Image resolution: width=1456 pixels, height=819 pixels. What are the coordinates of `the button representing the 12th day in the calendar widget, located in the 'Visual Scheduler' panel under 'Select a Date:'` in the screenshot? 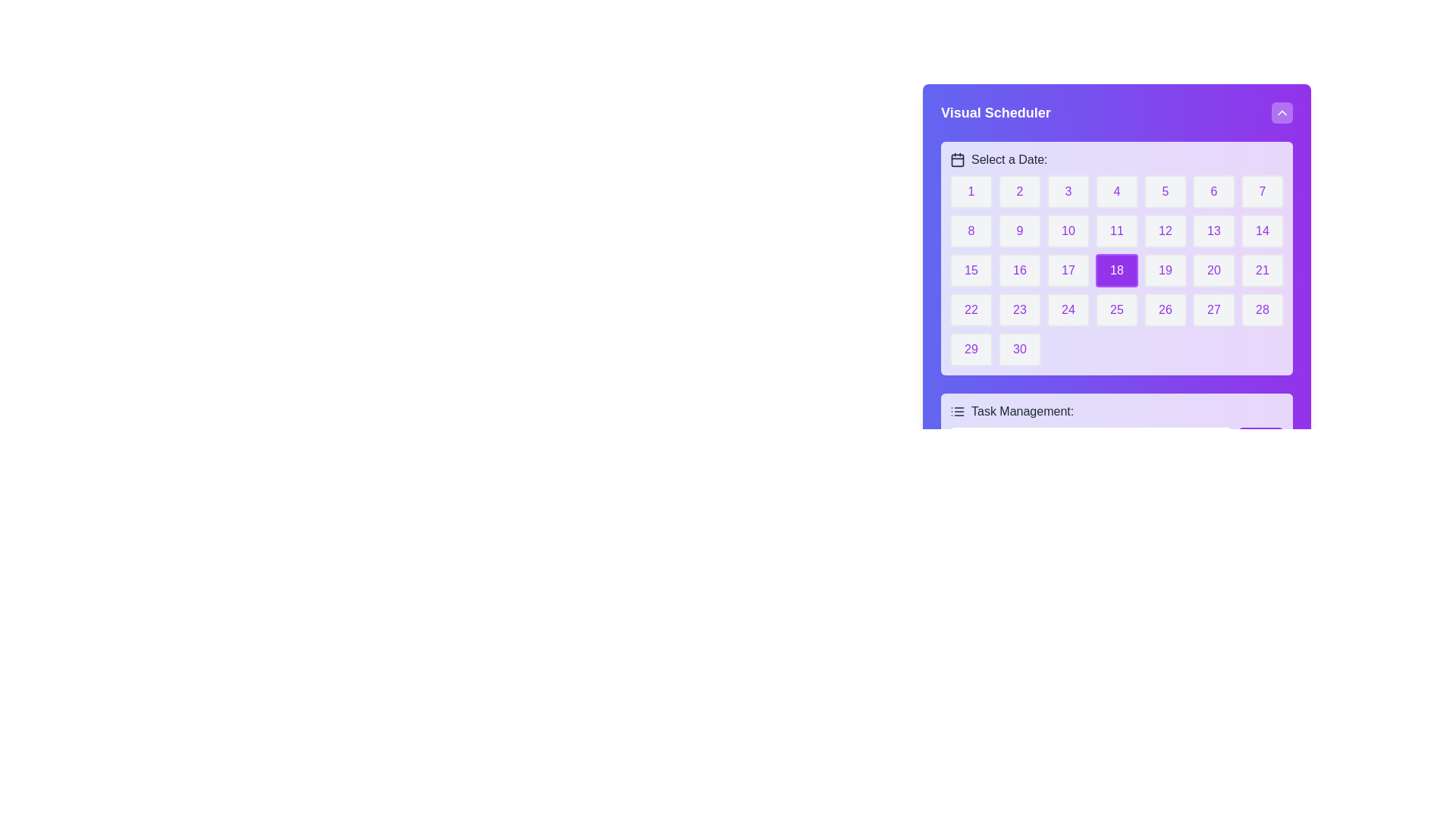 It's located at (1164, 231).